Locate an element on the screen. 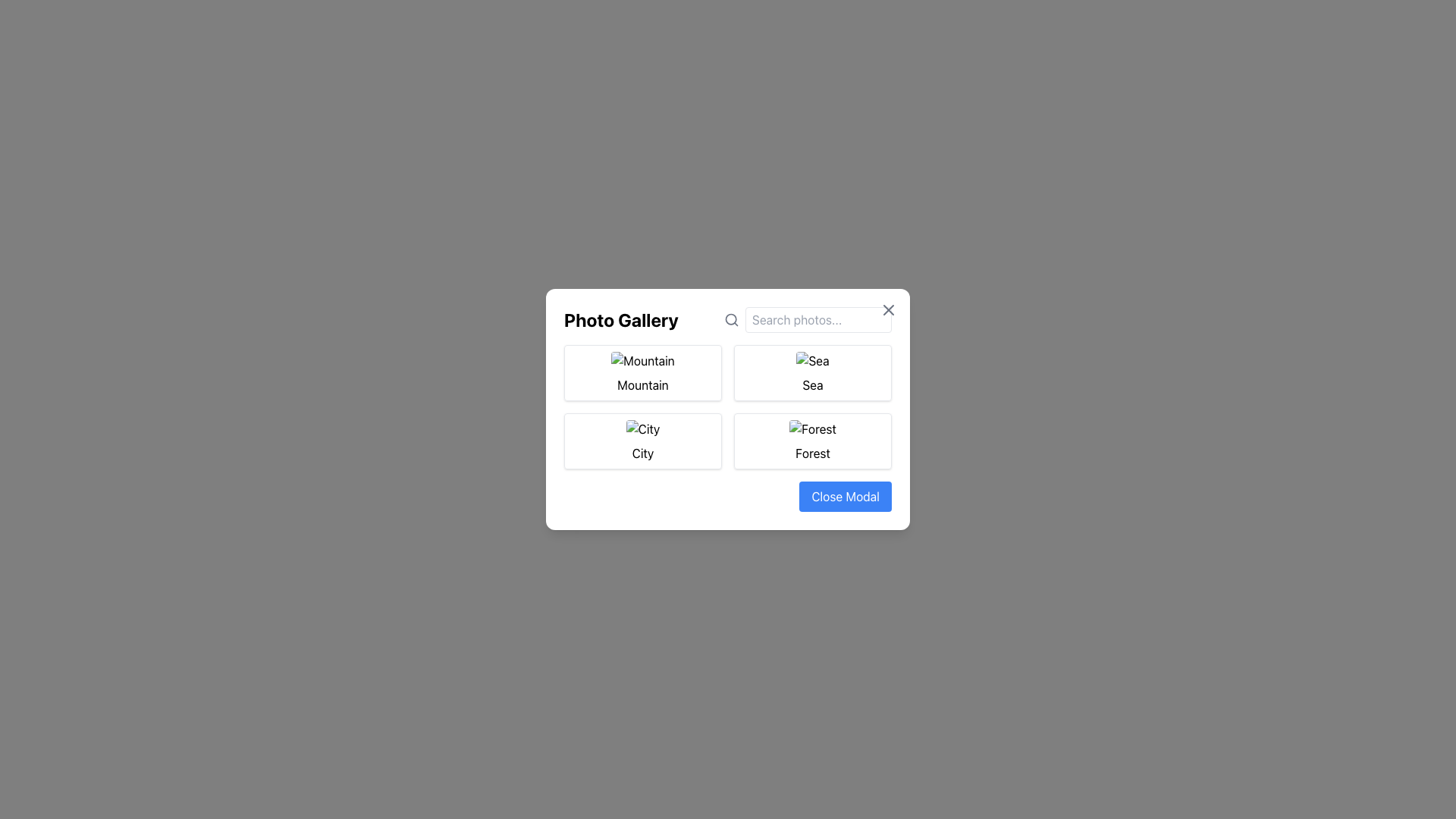 This screenshot has height=819, width=1456. the interactive text label displaying the word 'Sea' located beneath the thumbnail image in the top-right section of the modal window is located at coordinates (811, 384).